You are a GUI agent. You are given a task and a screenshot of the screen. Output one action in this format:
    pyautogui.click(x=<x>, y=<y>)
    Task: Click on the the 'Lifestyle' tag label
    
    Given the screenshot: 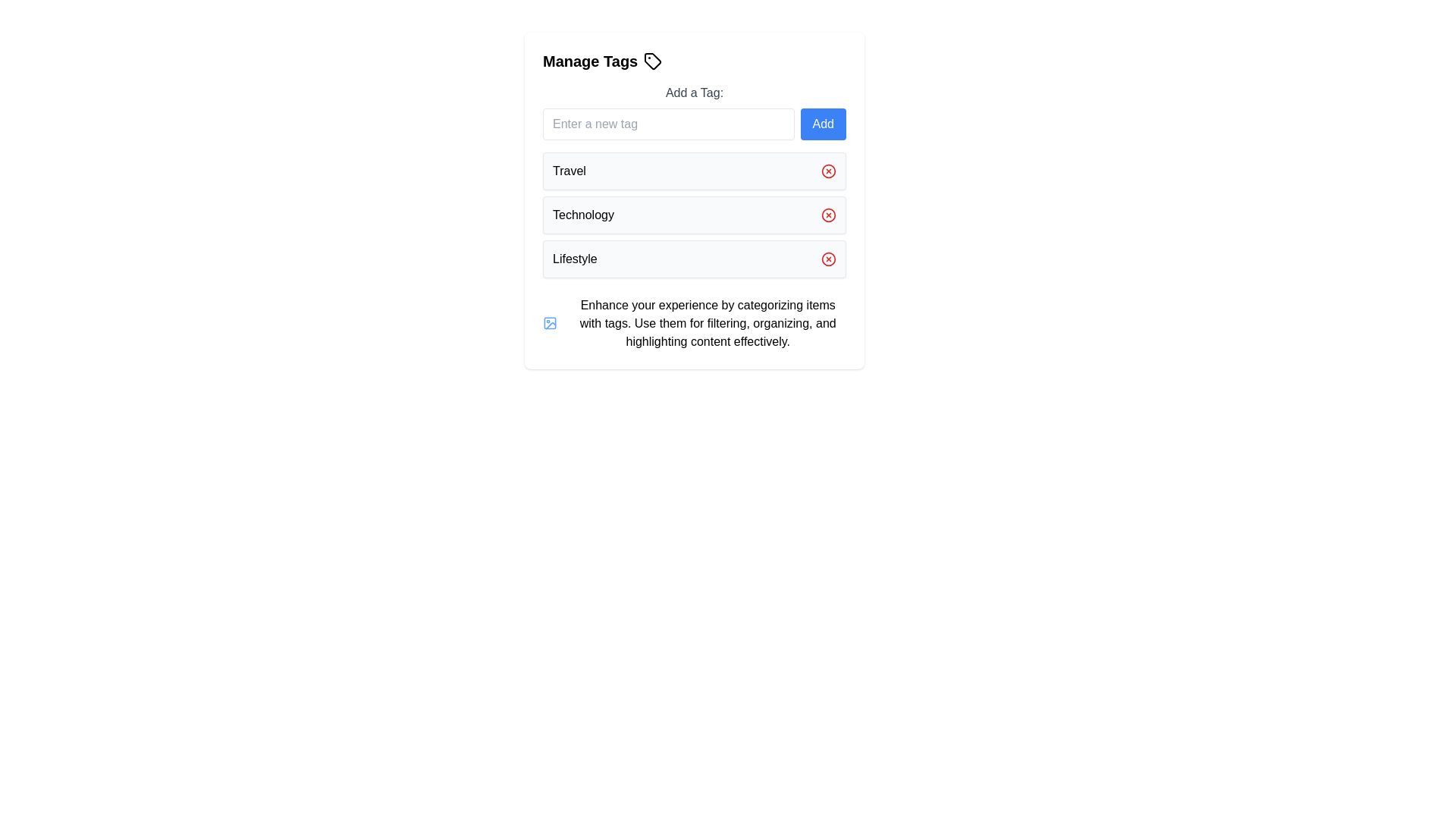 What is the action you would take?
    pyautogui.click(x=574, y=259)
    